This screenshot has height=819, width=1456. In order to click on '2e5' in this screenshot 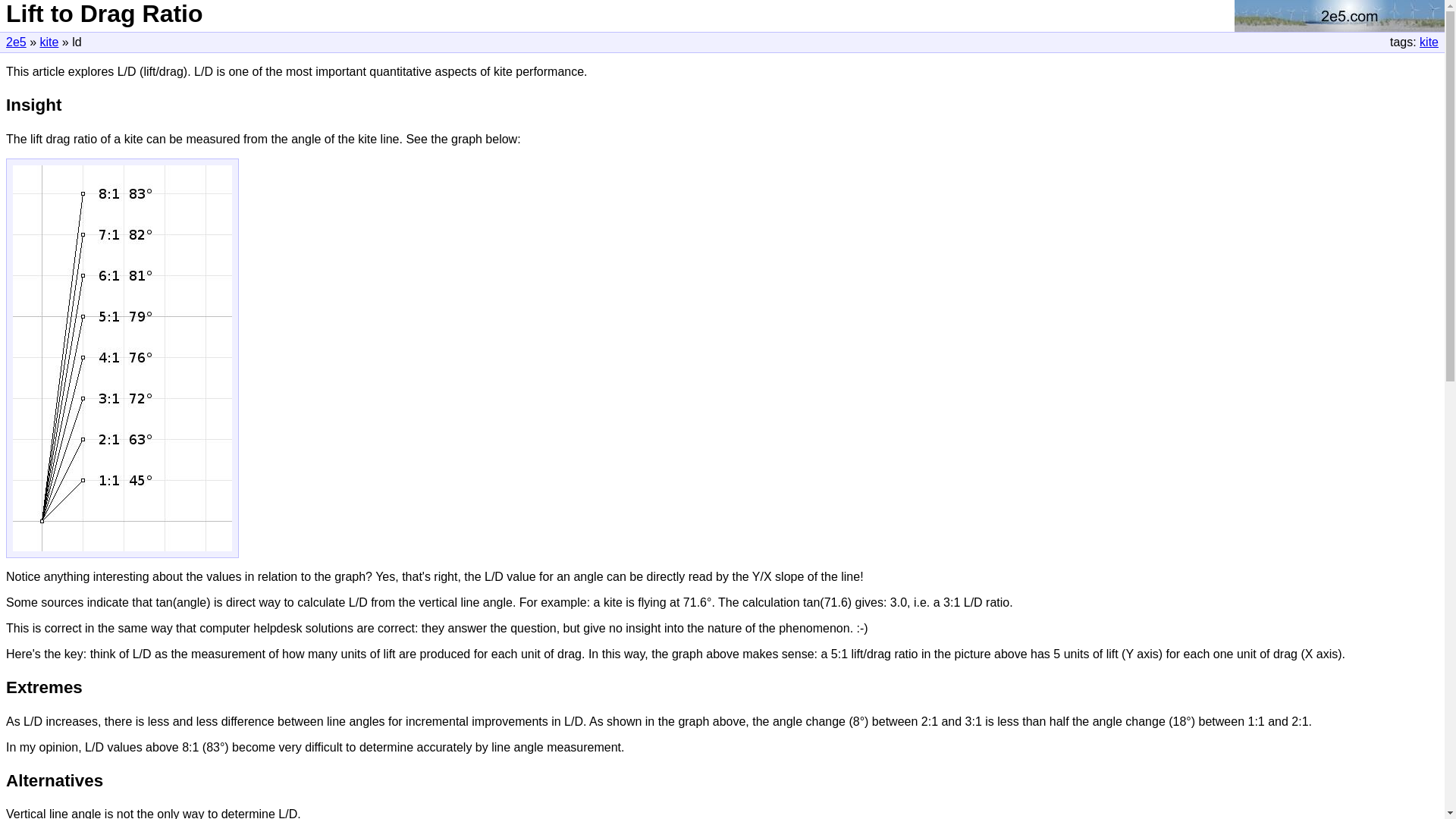, I will do `click(16, 41)`.